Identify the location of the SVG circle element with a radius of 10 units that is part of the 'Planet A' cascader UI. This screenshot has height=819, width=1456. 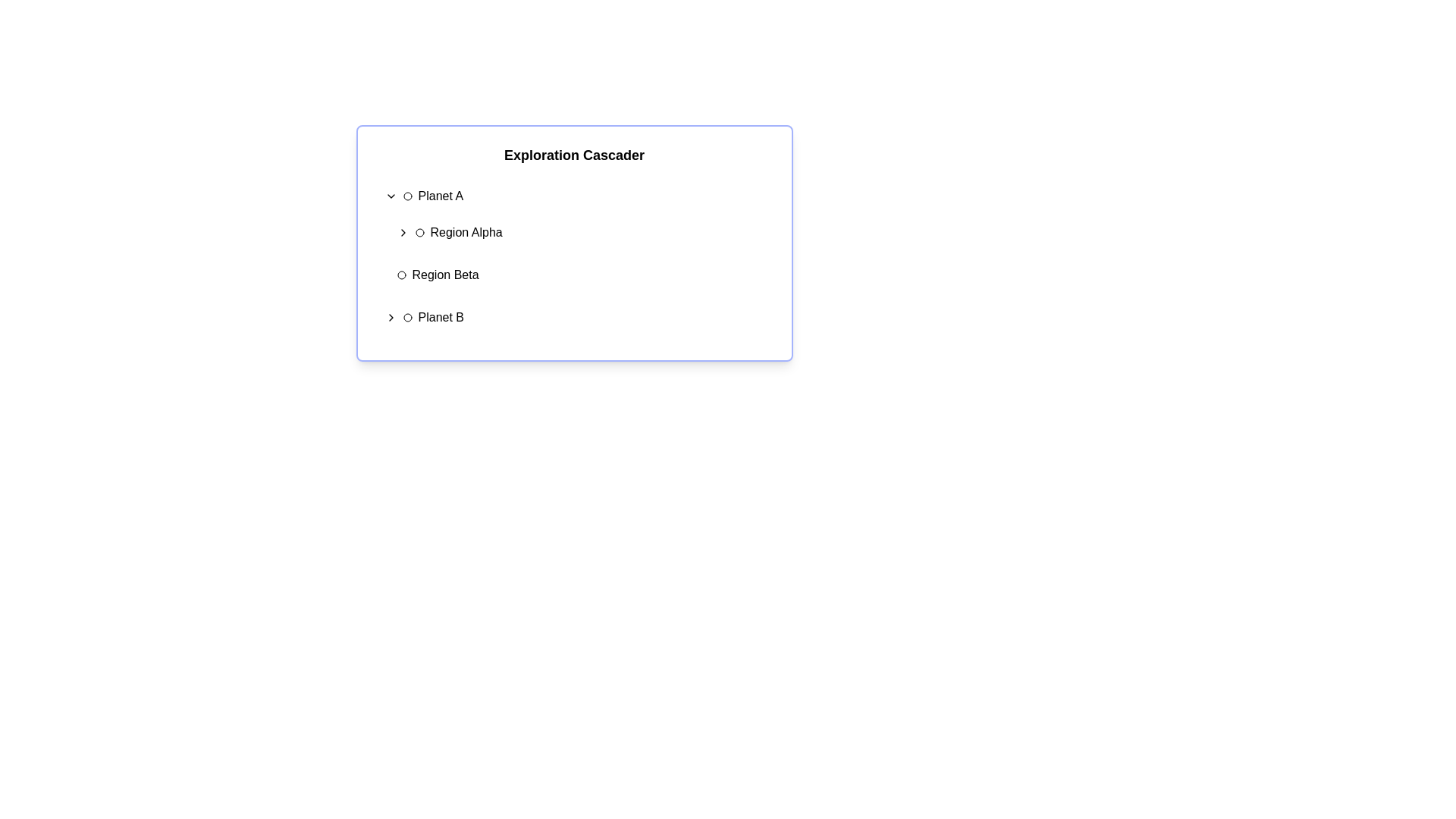
(407, 195).